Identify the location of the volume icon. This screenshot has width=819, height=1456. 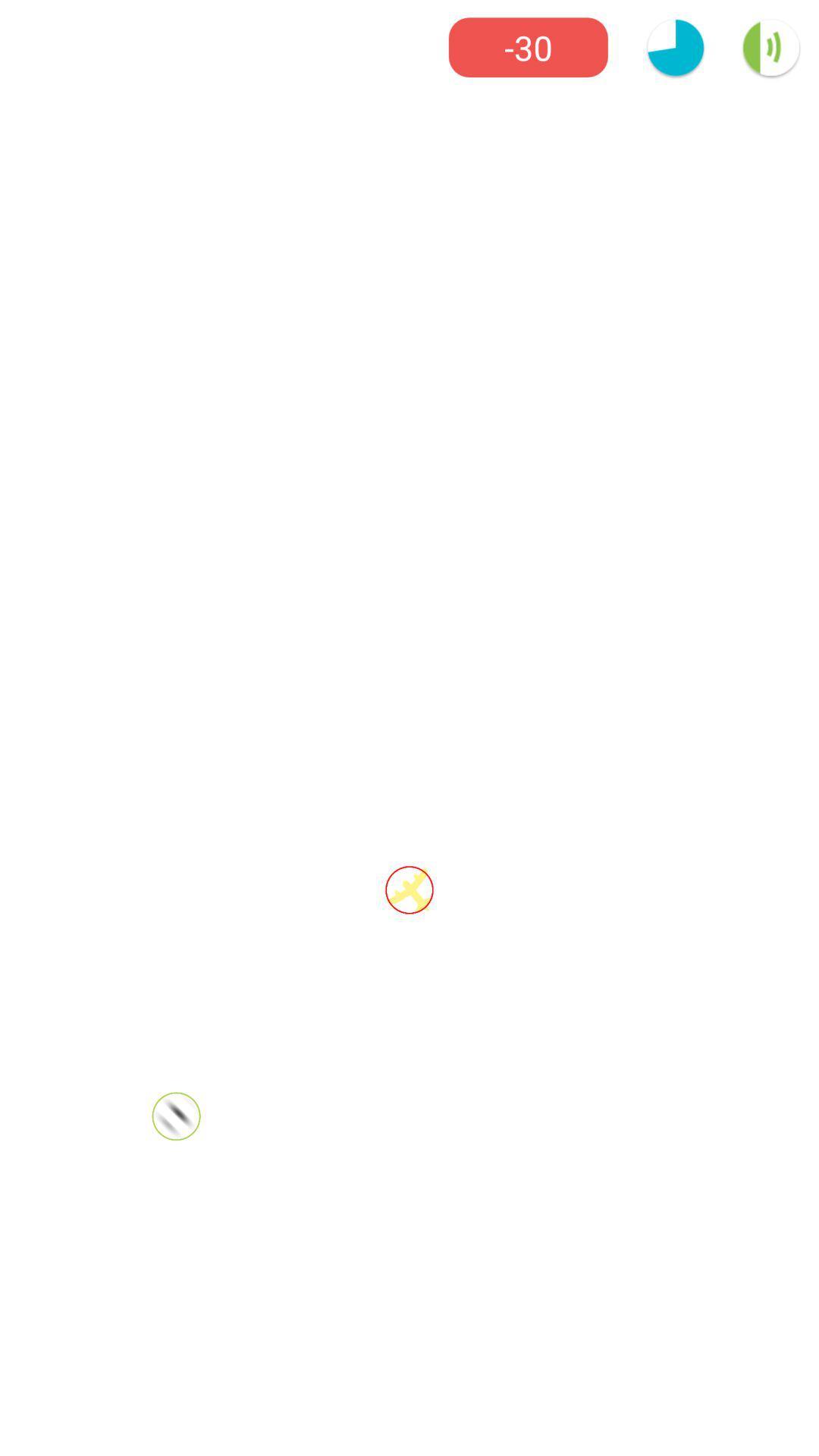
(771, 47).